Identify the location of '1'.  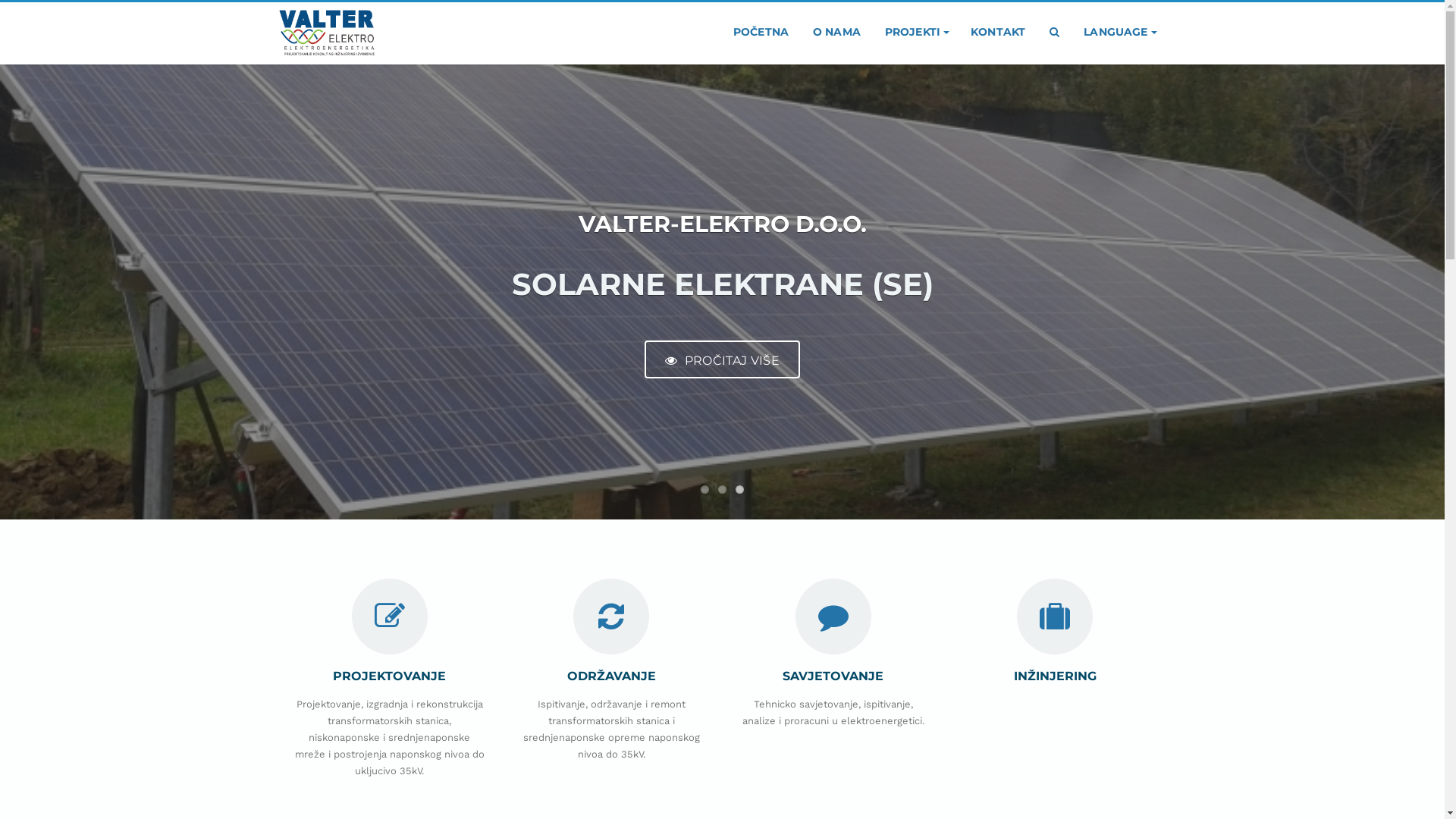
(704, 489).